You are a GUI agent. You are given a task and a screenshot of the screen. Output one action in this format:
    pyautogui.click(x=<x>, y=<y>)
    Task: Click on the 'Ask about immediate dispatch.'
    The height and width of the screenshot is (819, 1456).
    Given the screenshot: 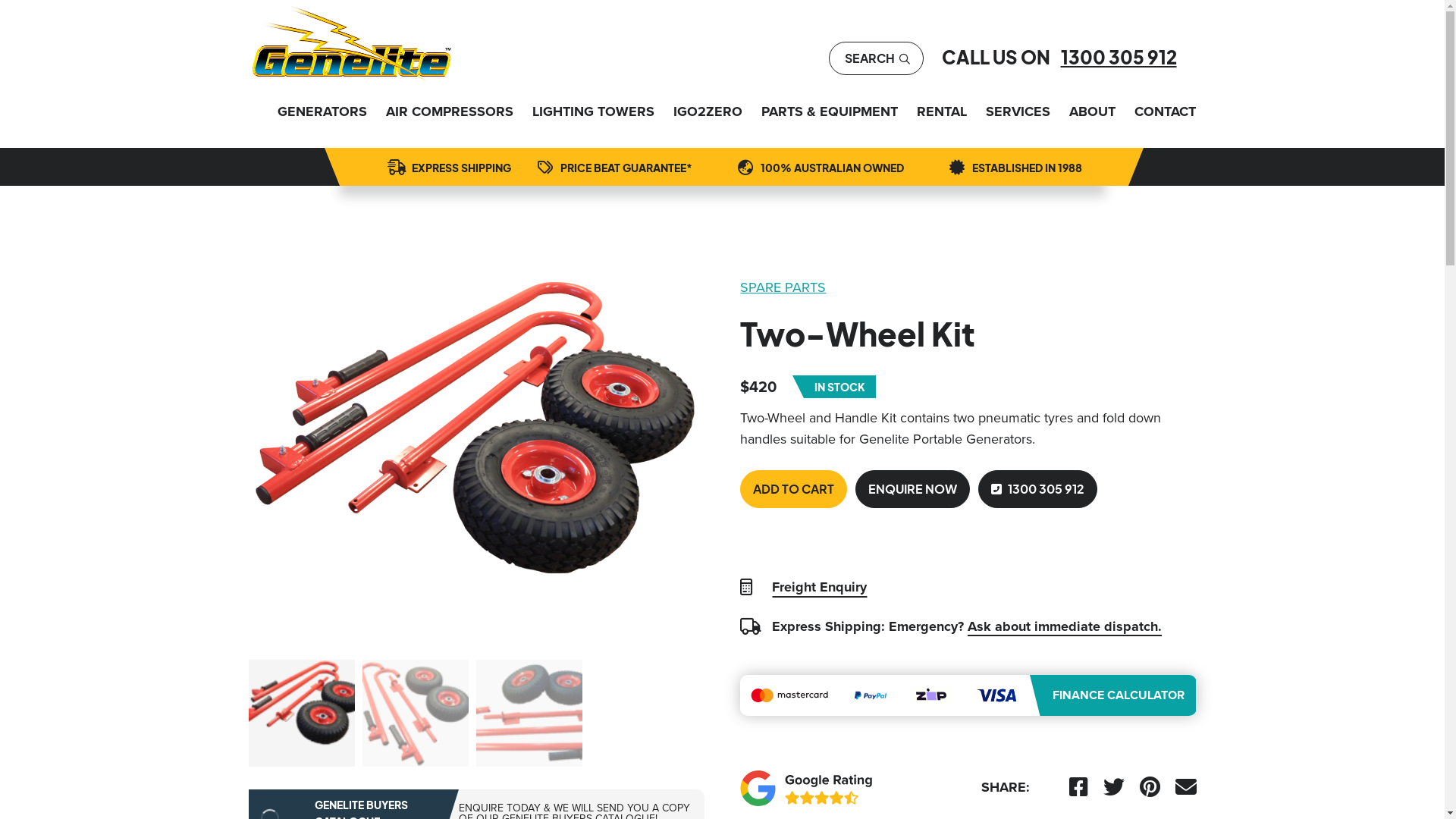 What is the action you would take?
    pyautogui.click(x=1063, y=626)
    